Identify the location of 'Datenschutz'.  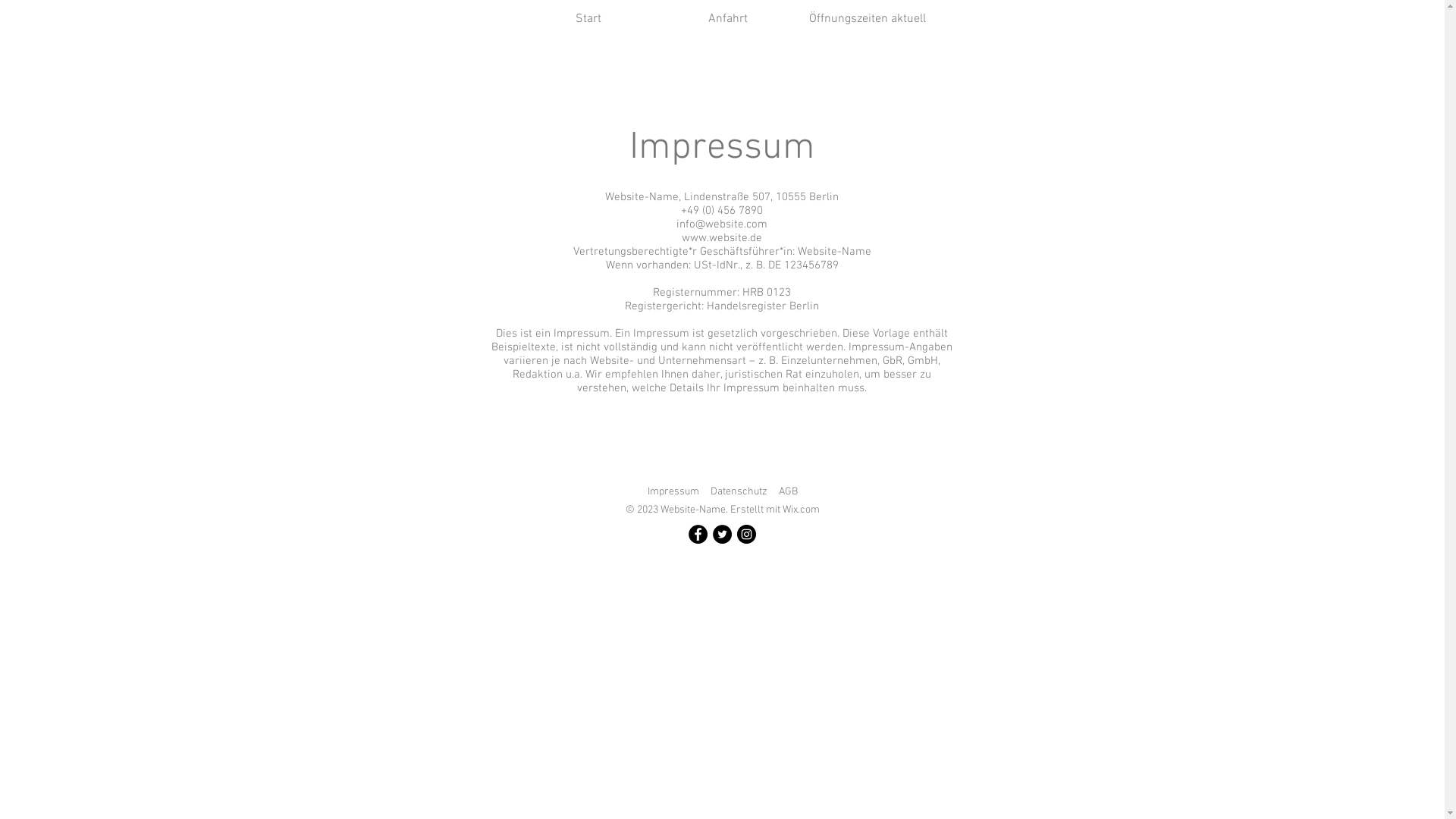
(738, 491).